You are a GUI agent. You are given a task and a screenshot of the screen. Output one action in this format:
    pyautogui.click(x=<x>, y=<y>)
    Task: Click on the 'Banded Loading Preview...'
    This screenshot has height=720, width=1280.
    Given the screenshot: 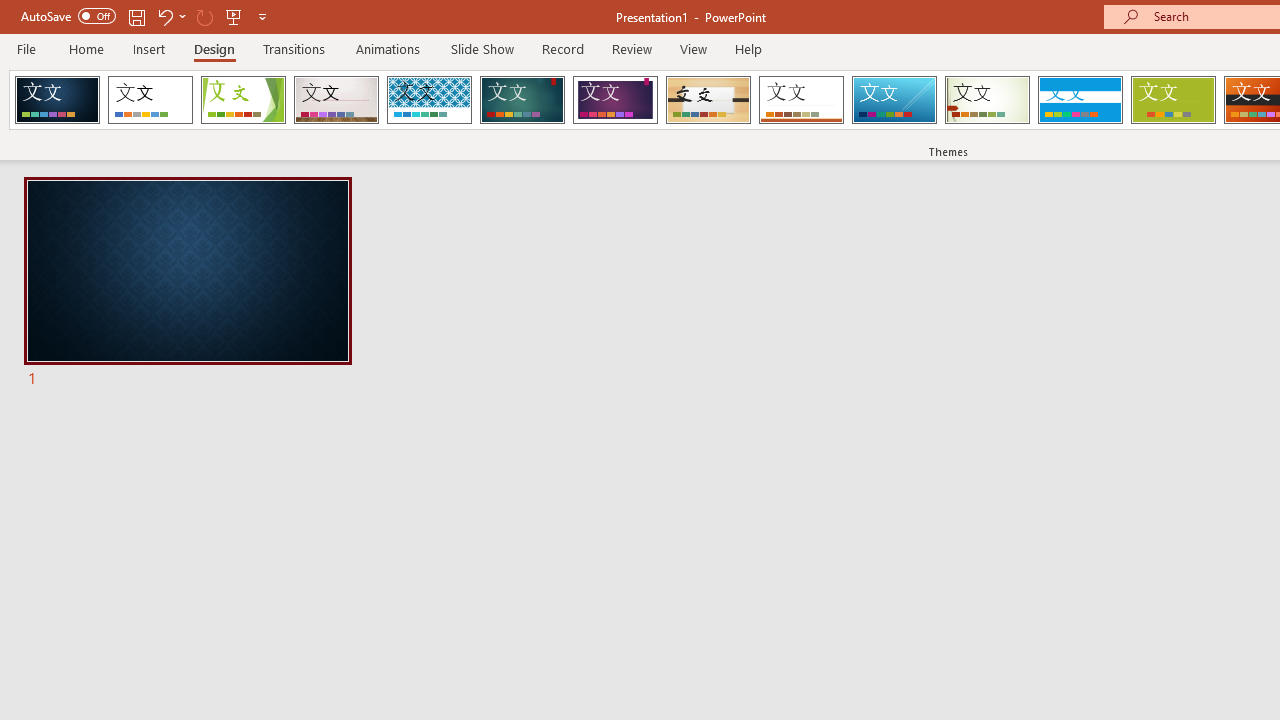 What is the action you would take?
    pyautogui.click(x=1079, y=100)
    